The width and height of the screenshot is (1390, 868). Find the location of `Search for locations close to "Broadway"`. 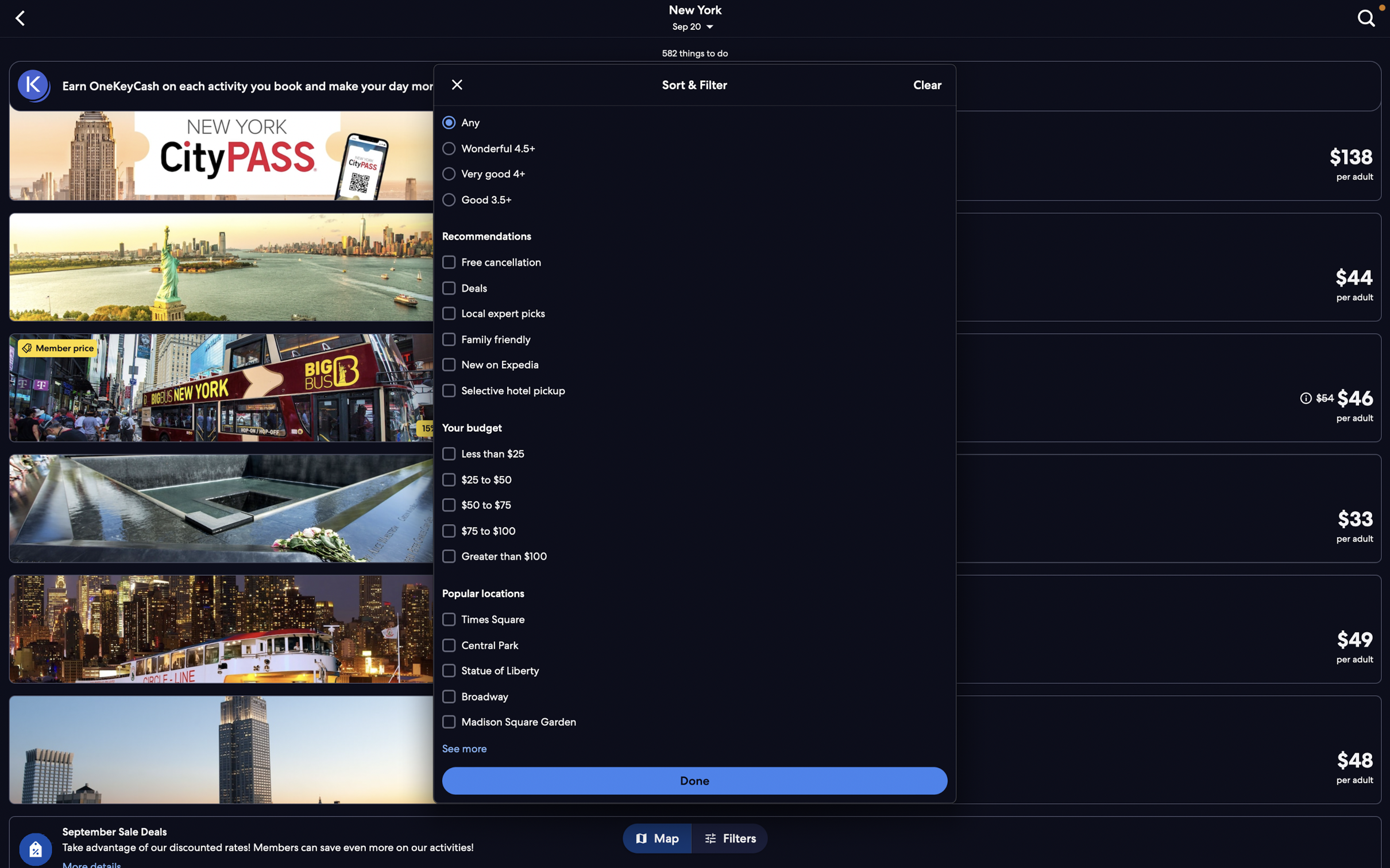

Search for locations close to "Broadway" is located at coordinates (696, 720).